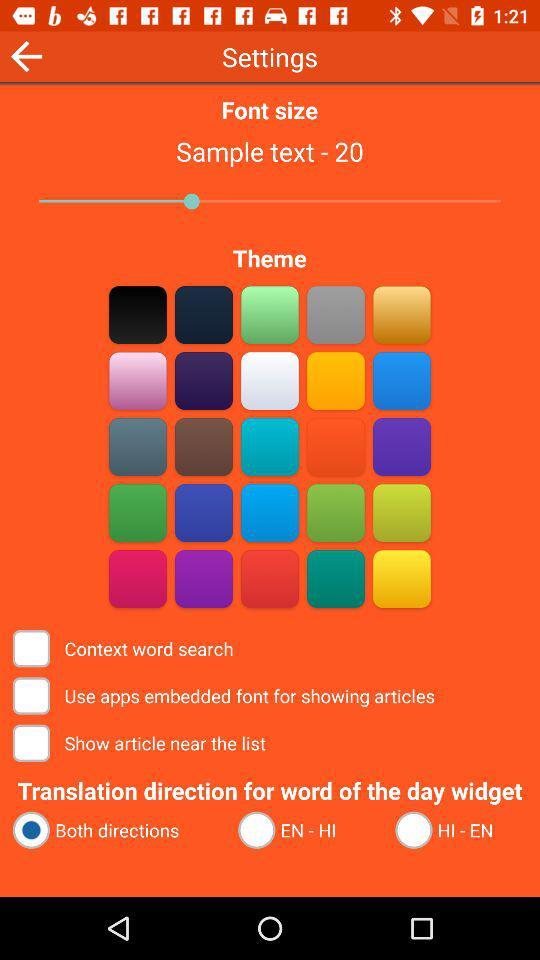 This screenshot has height=960, width=540. What do you see at coordinates (335, 578) in the screenshot?
I see `color theme` at bounding box center [335, 578].